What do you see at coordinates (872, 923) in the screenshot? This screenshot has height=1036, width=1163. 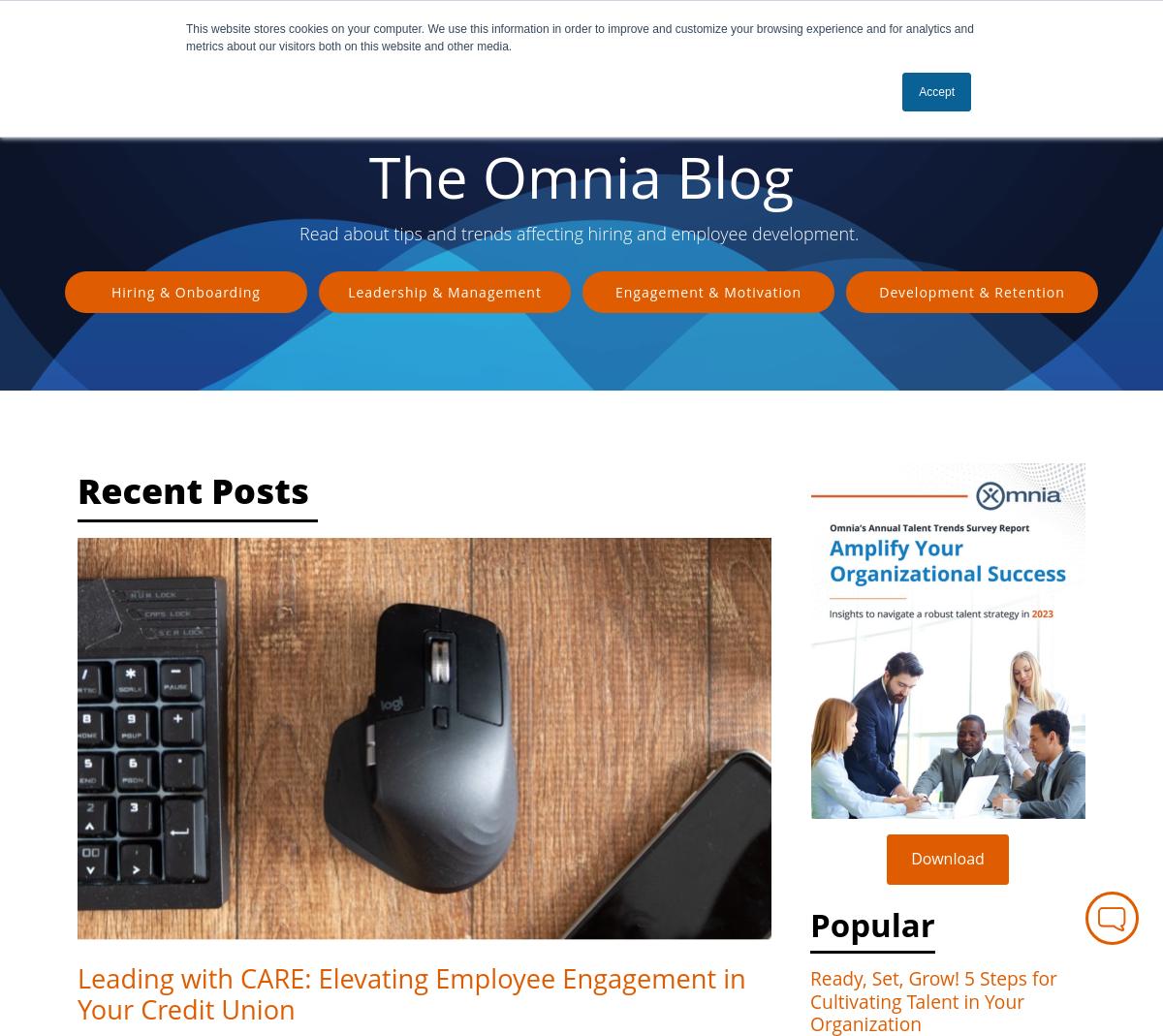 I see `'Popular'` at bounding box center [872, 923].